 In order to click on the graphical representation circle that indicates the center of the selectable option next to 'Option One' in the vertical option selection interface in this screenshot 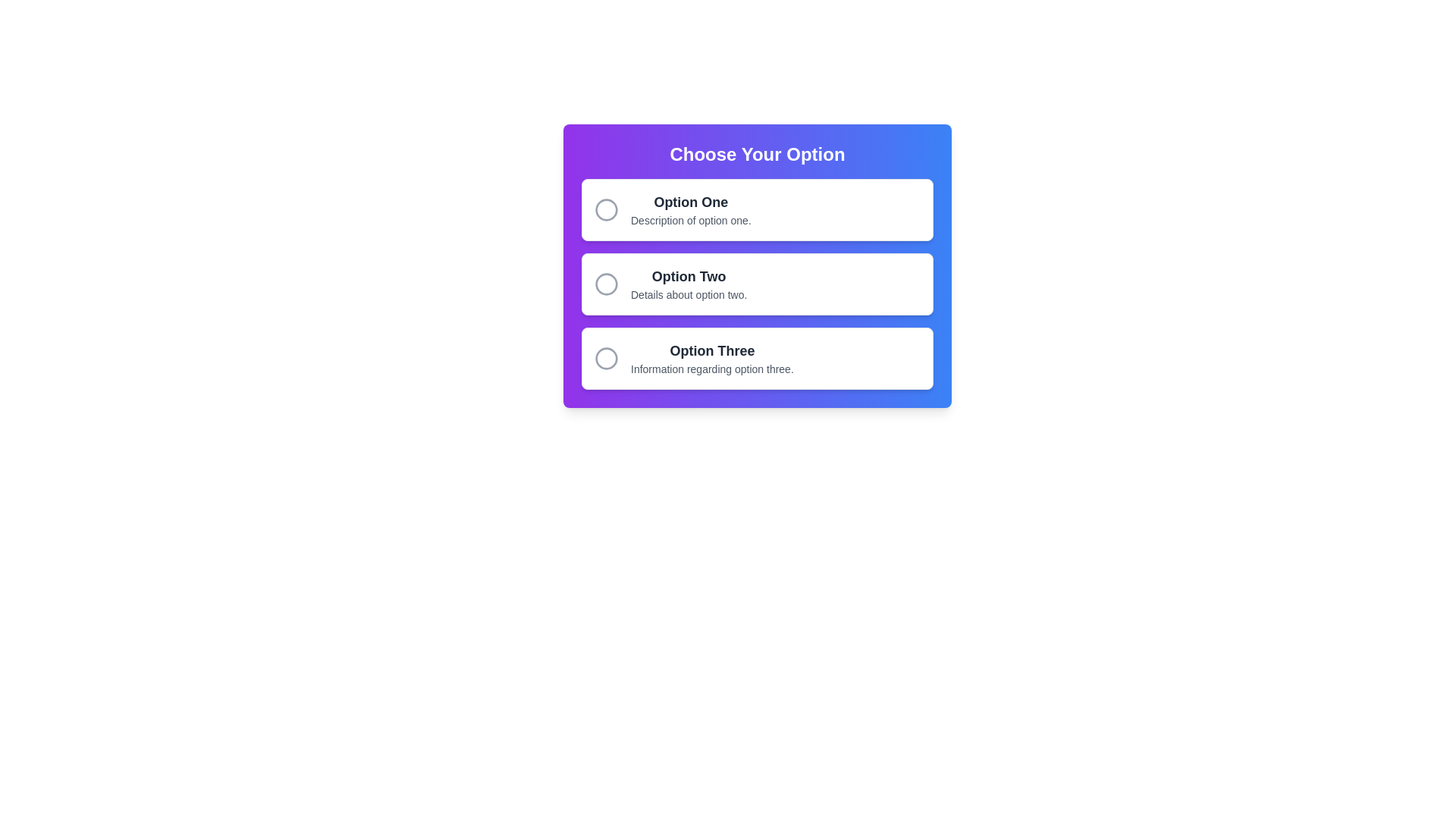, I will do `click(607, 210)`.